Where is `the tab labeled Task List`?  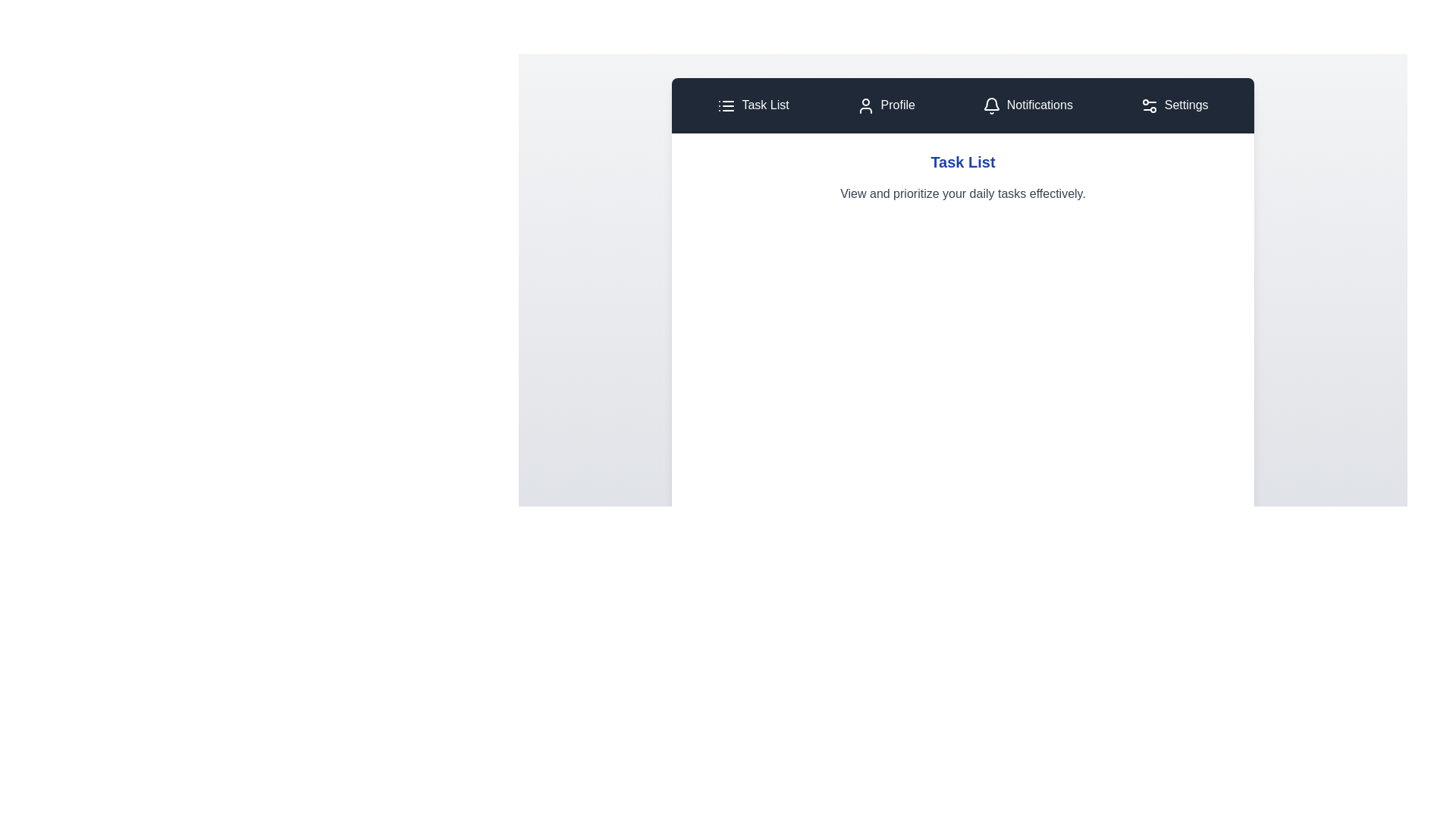 the tab labeled Task List is located at coordinates (753, 105).